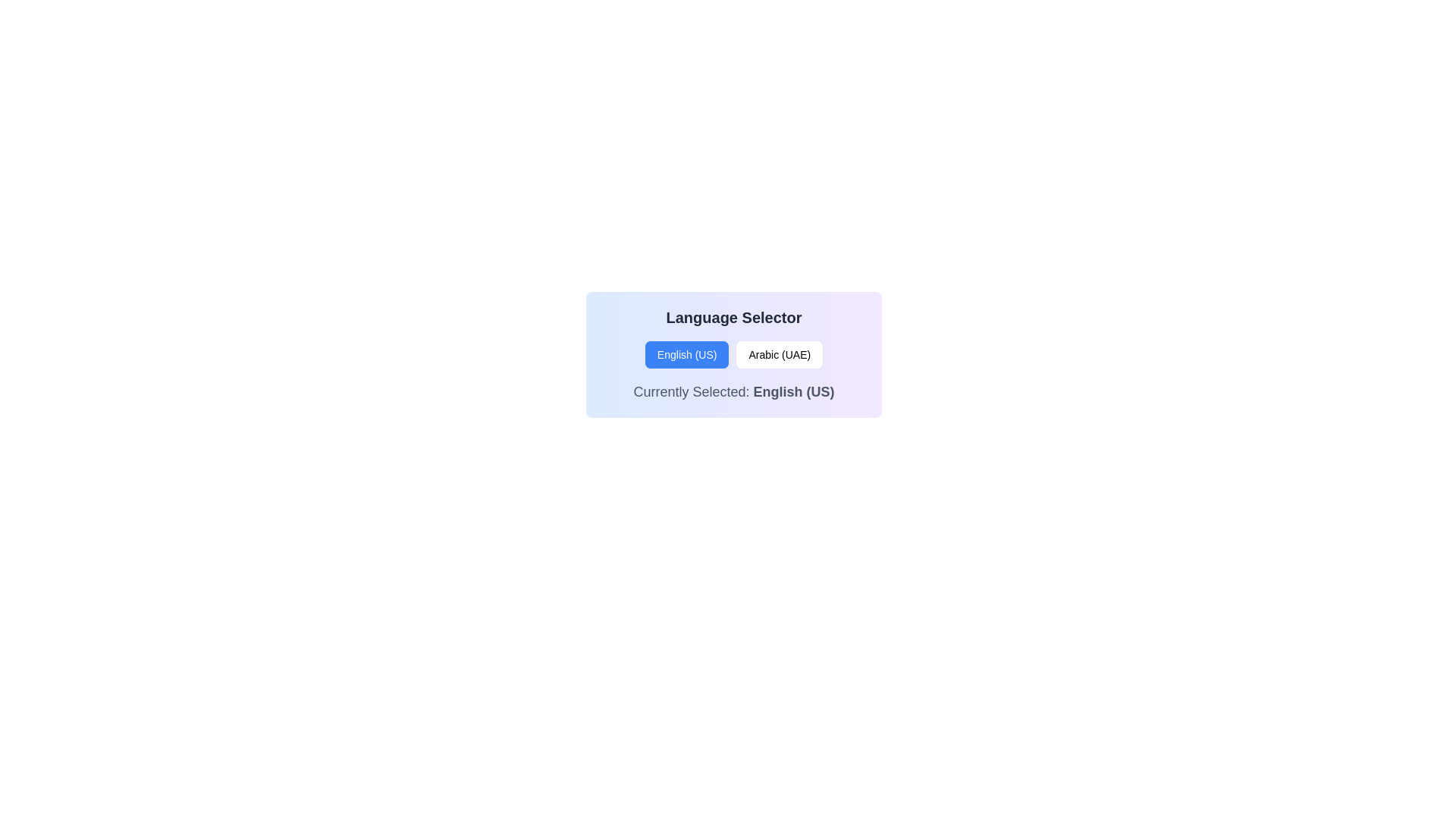  Describe the element at coordinates (734, 391) in the screenshot. I see `information displayed in the text label that states 'Currently Selected: English (US)', which is located below the language selection buttons` at that location.